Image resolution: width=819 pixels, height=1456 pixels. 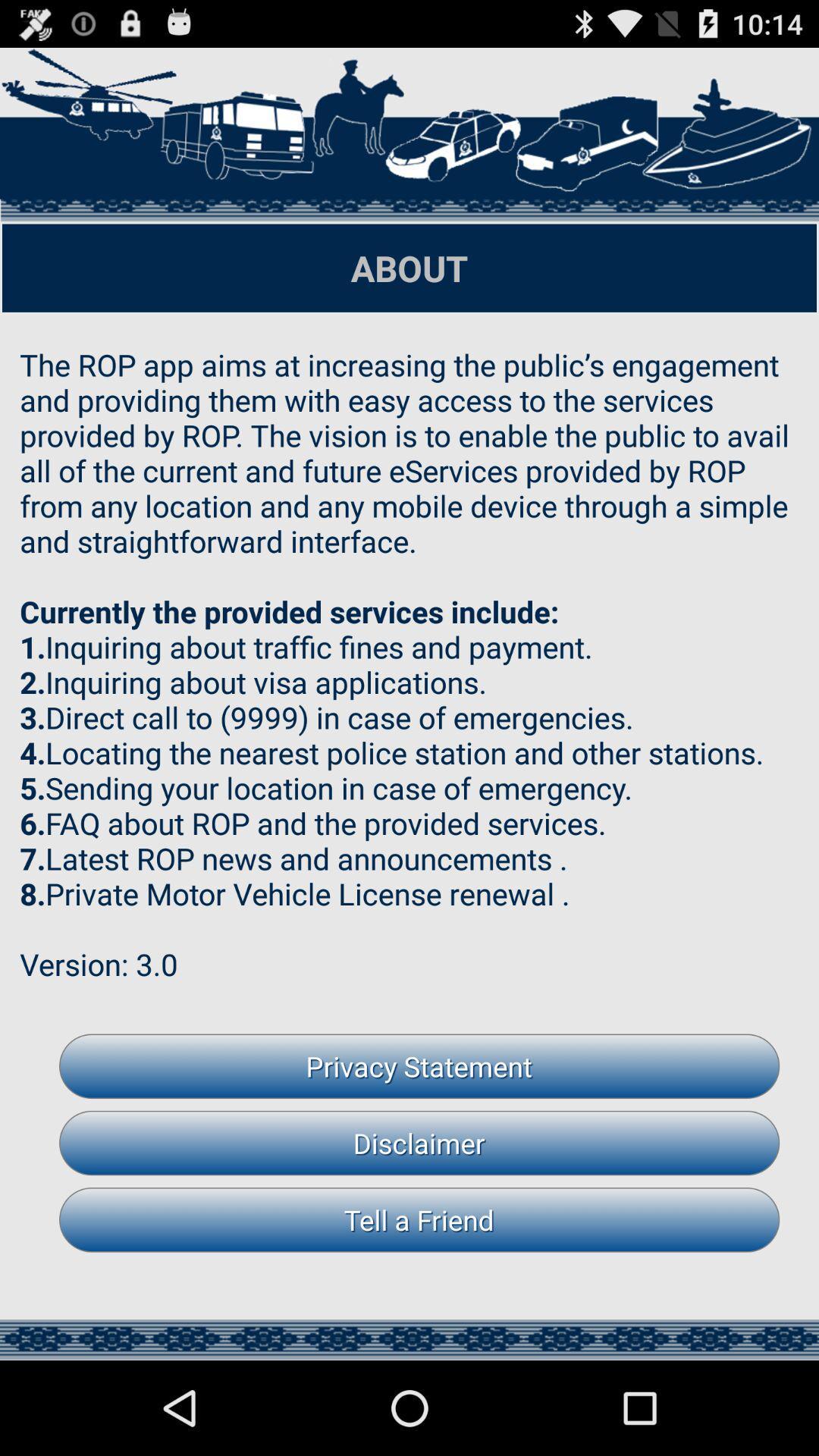 I want to click on the privacy statement button, so click(x=419, y=1065).